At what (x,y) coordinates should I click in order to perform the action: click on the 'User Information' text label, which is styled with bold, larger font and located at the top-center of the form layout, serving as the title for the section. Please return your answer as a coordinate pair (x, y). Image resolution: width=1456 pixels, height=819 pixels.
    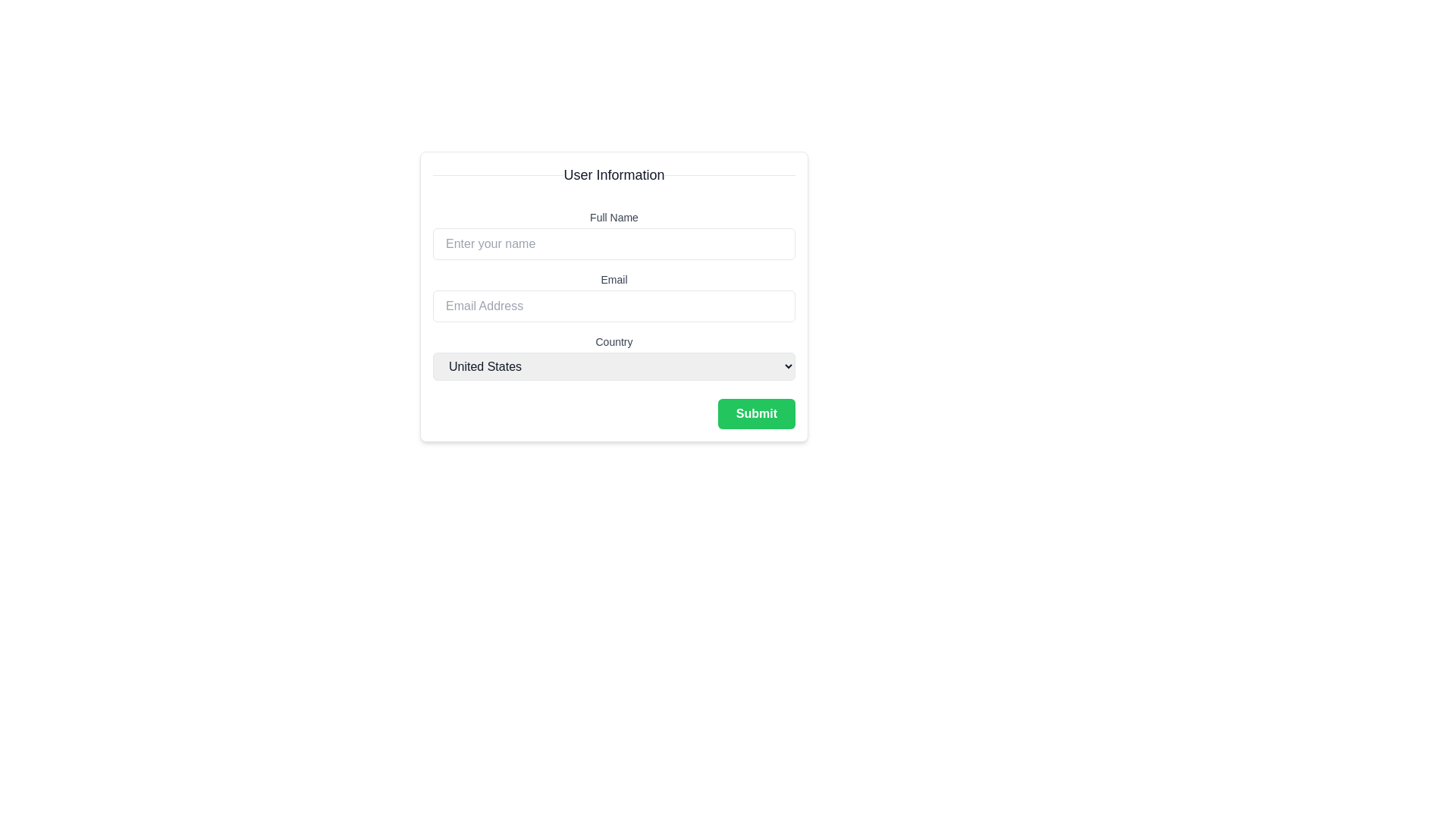
    Looking at the image, I should click on (614, 174).